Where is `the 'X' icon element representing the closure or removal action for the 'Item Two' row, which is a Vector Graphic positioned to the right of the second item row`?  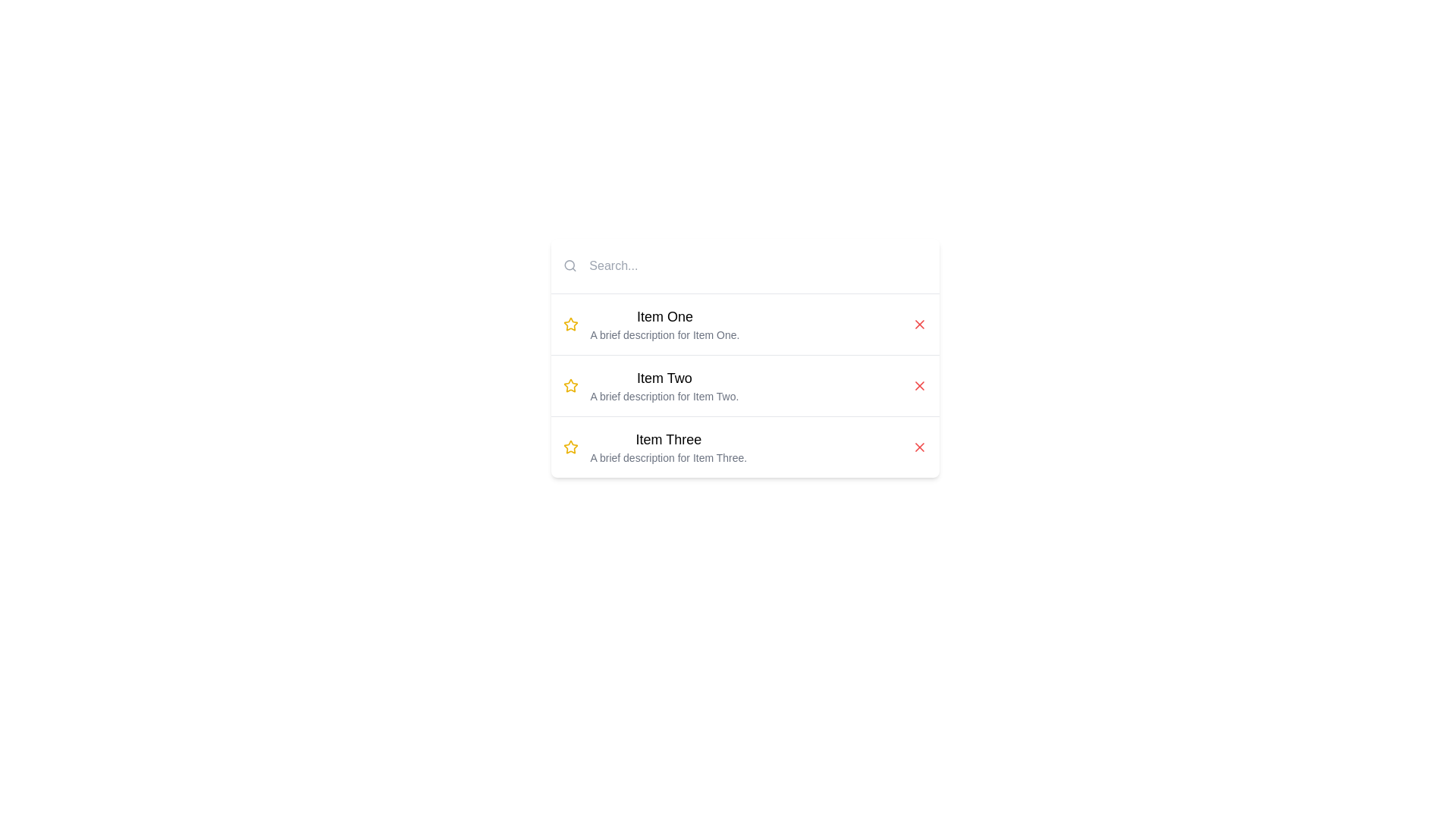 the 'X' icon element representing the closure or removal action for the 'Item Two' row, which is a Vector Graphic positioned to the right of the second item row is located at coordinates (918, 385).